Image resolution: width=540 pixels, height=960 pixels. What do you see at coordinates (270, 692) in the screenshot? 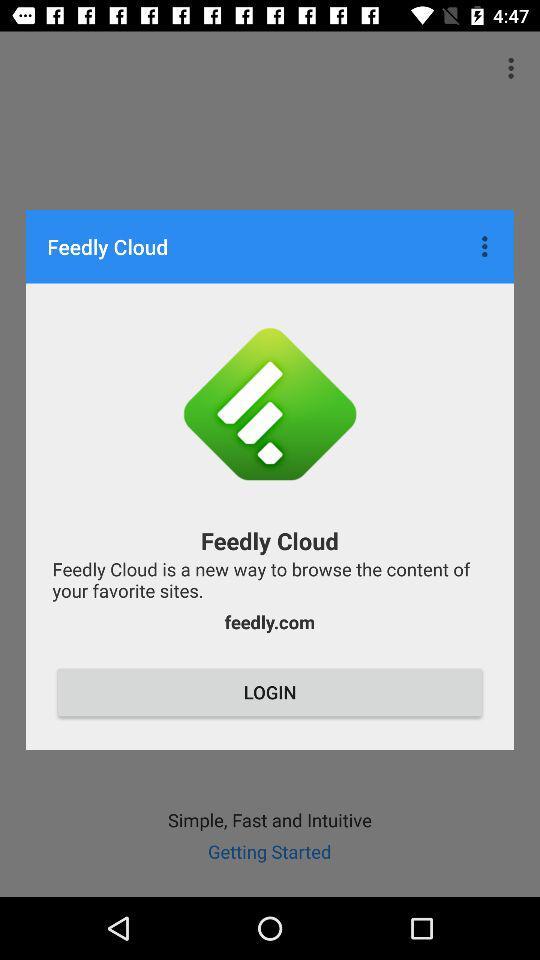
I see `login` at bounding box center [270, 692].